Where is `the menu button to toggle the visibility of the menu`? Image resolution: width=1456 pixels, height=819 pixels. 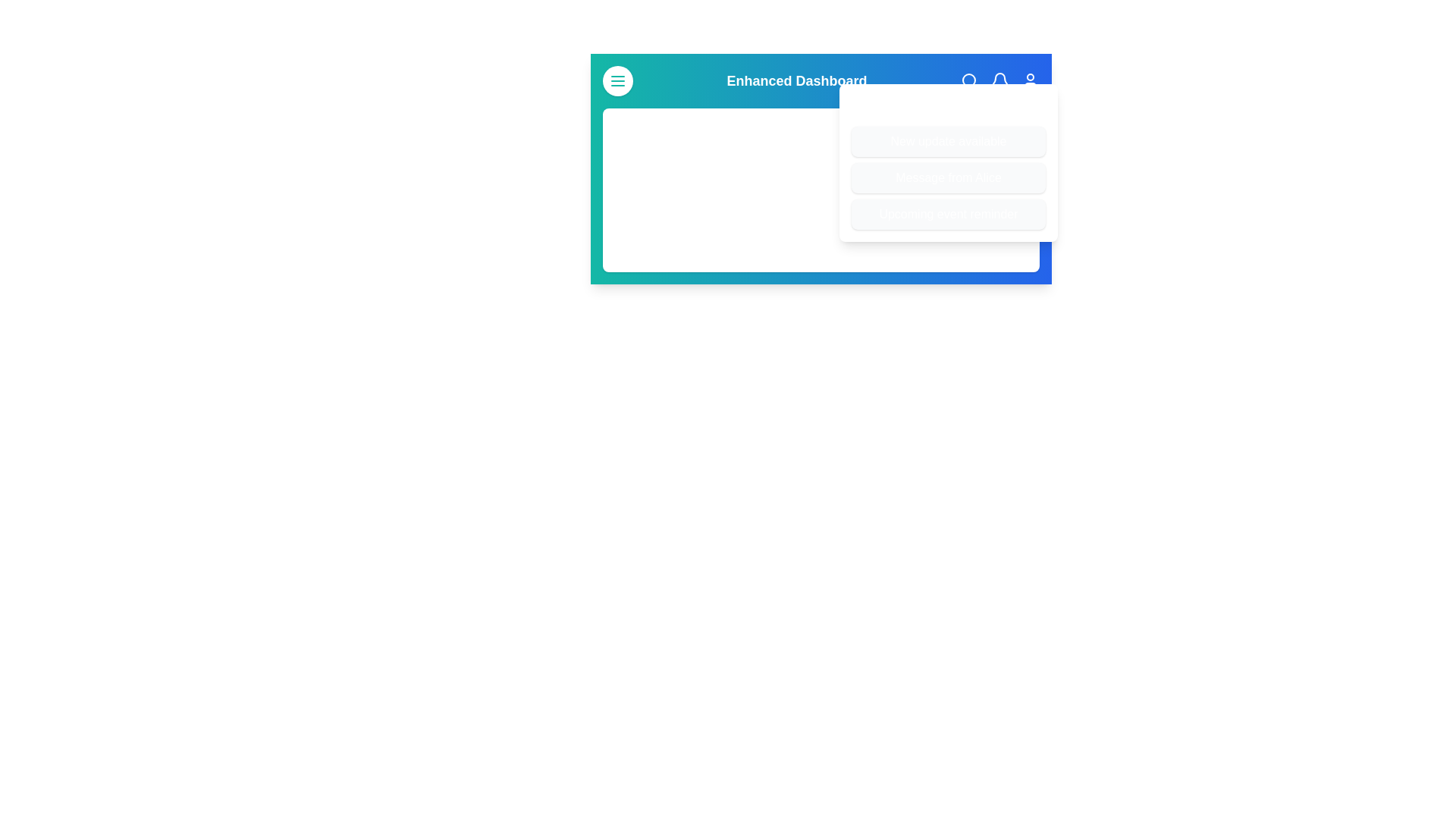
the menu button to toggle the visibility of the menu is located at coordinates (618, 81).